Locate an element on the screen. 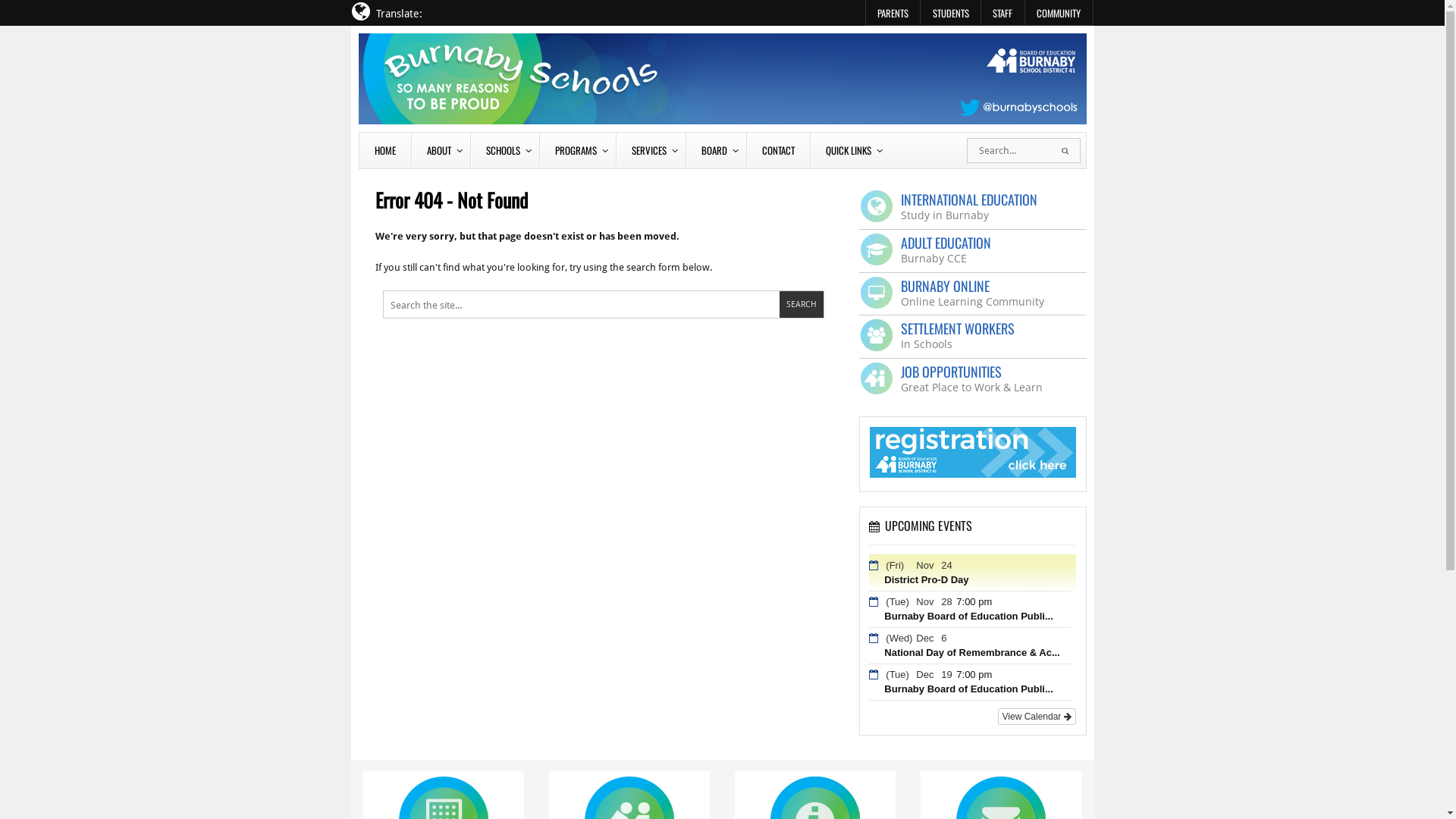 The height and width of the screenshot is (819, 1456). 'Search' is located at coordinates (800, 304).